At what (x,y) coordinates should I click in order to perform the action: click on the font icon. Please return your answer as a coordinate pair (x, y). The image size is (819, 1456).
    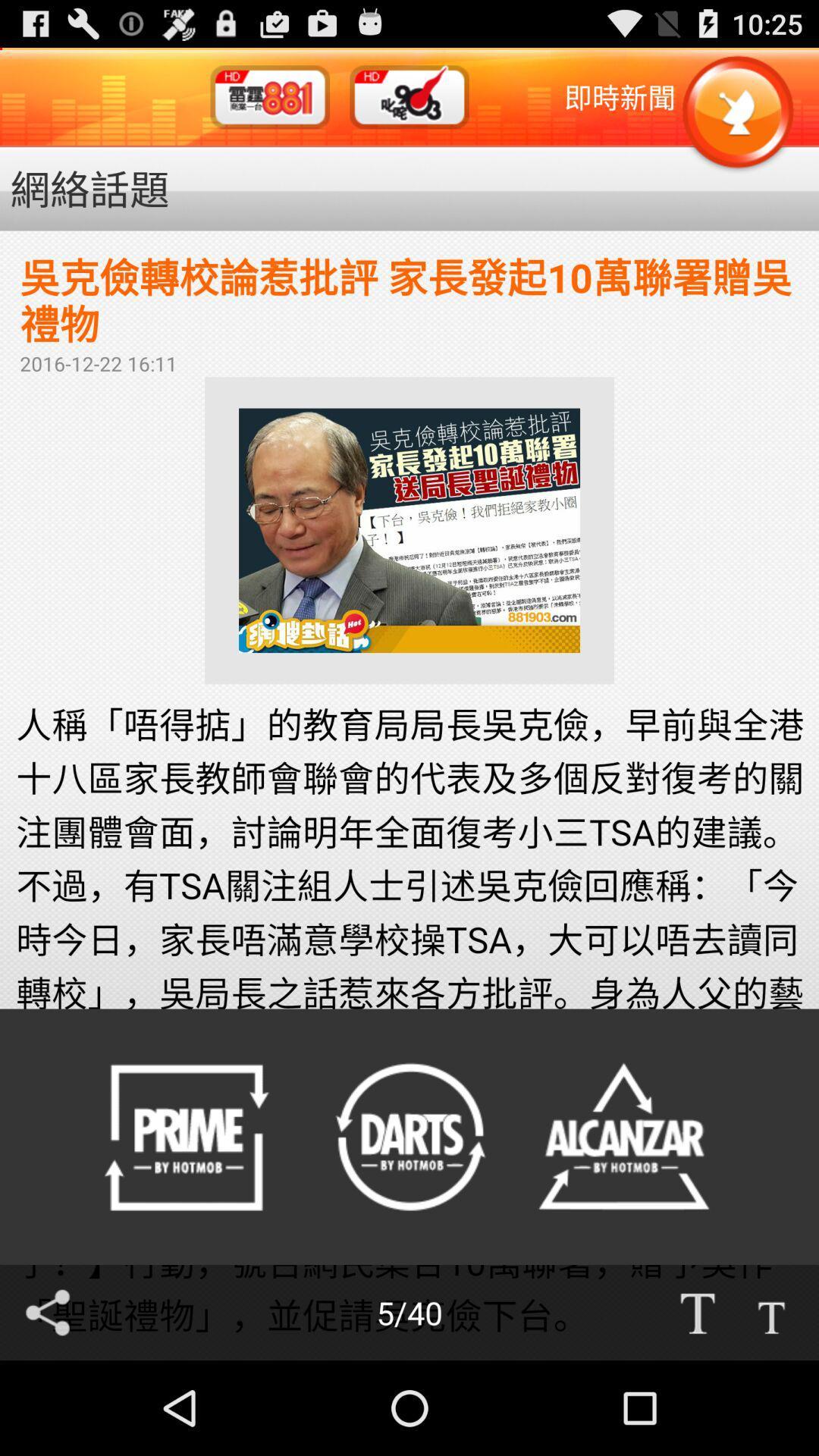
    Looking at the image, I should click on (771, 1404).